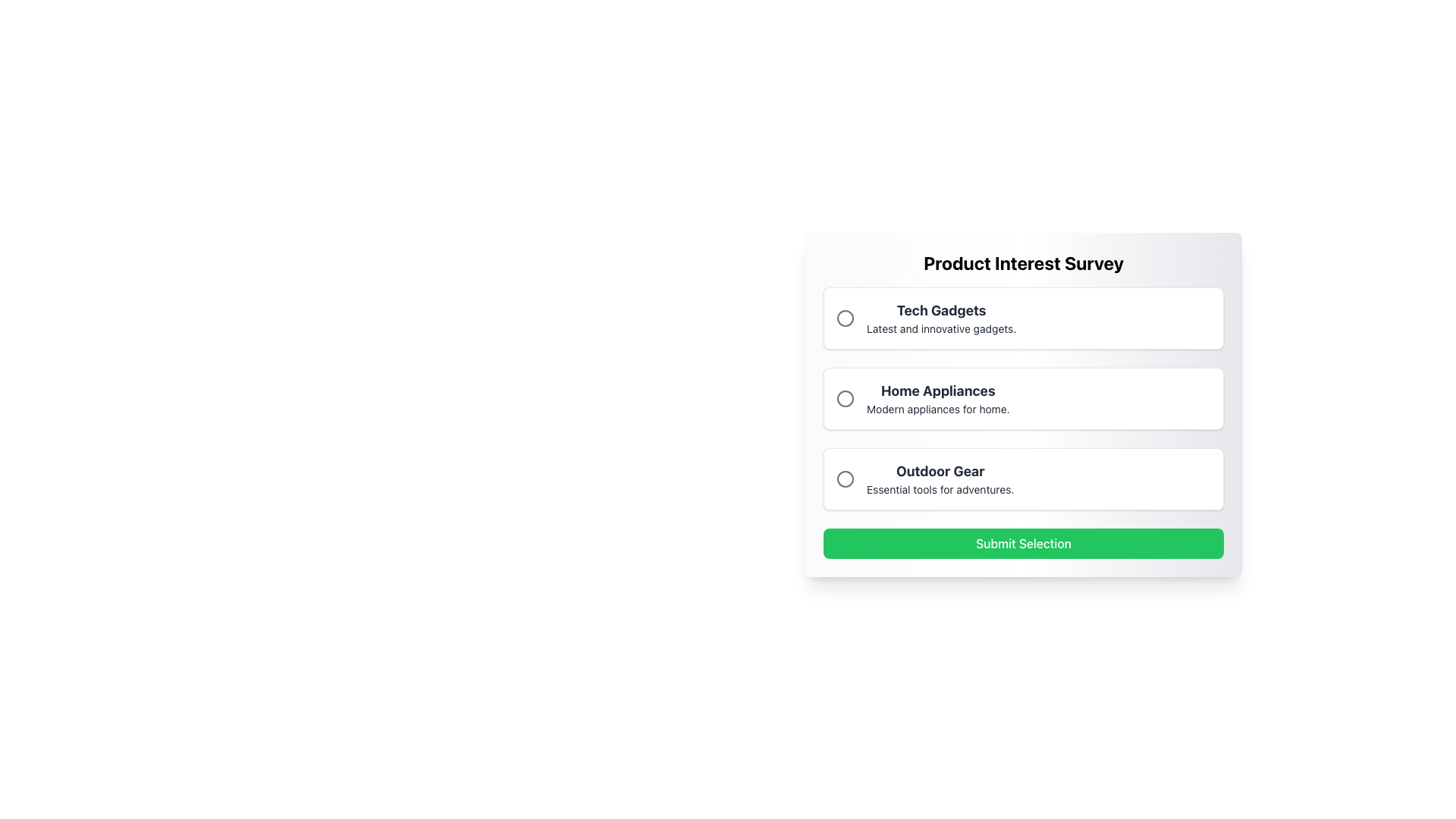  I want to click on the hollow circular radio button to the left of the 'Home Appliances' survey option, so click(844, 397).